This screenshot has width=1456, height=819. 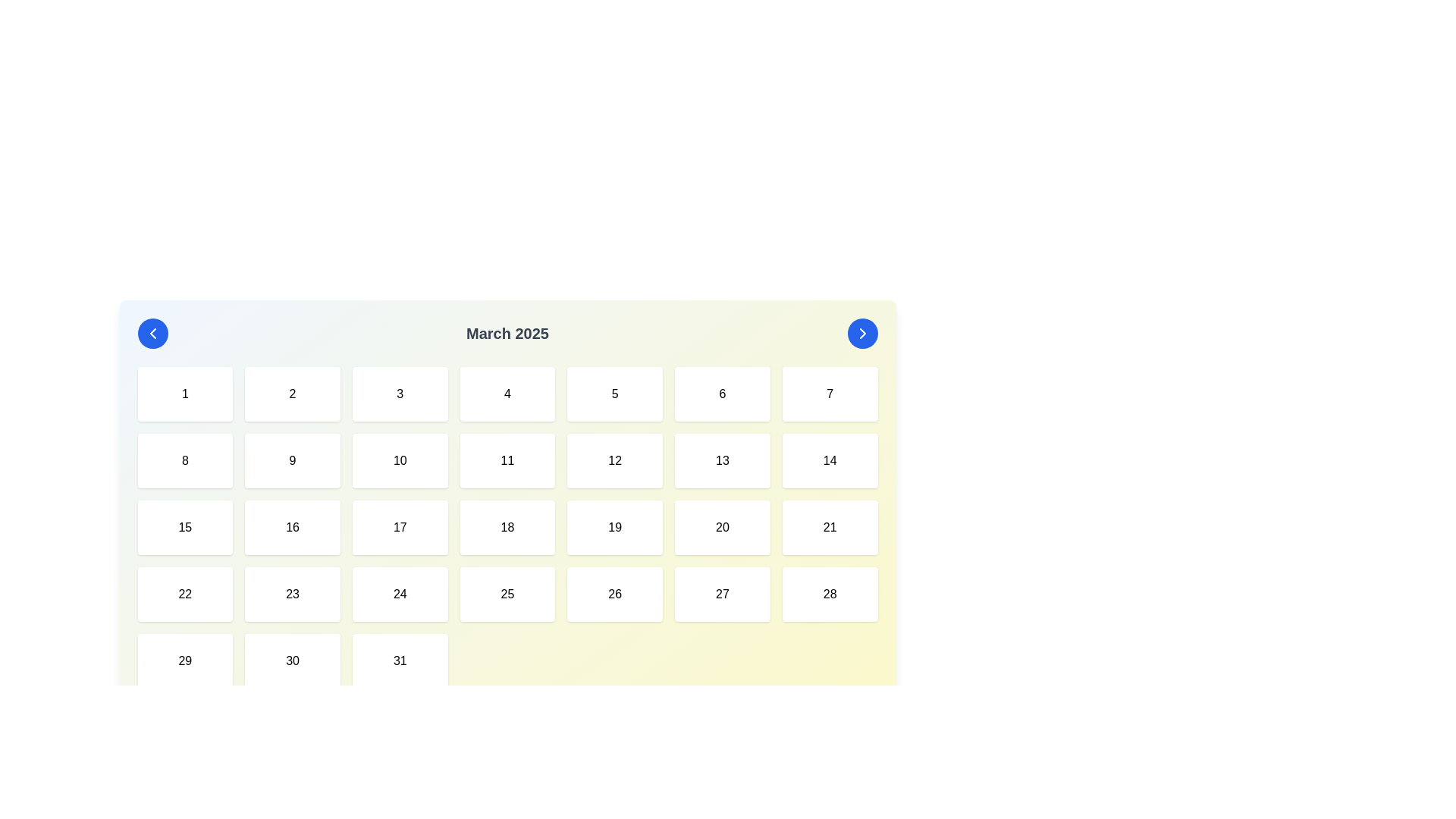 I want to click on the interactive calendar date element representing the 29th day of the month located, so click(x=184, y=660).